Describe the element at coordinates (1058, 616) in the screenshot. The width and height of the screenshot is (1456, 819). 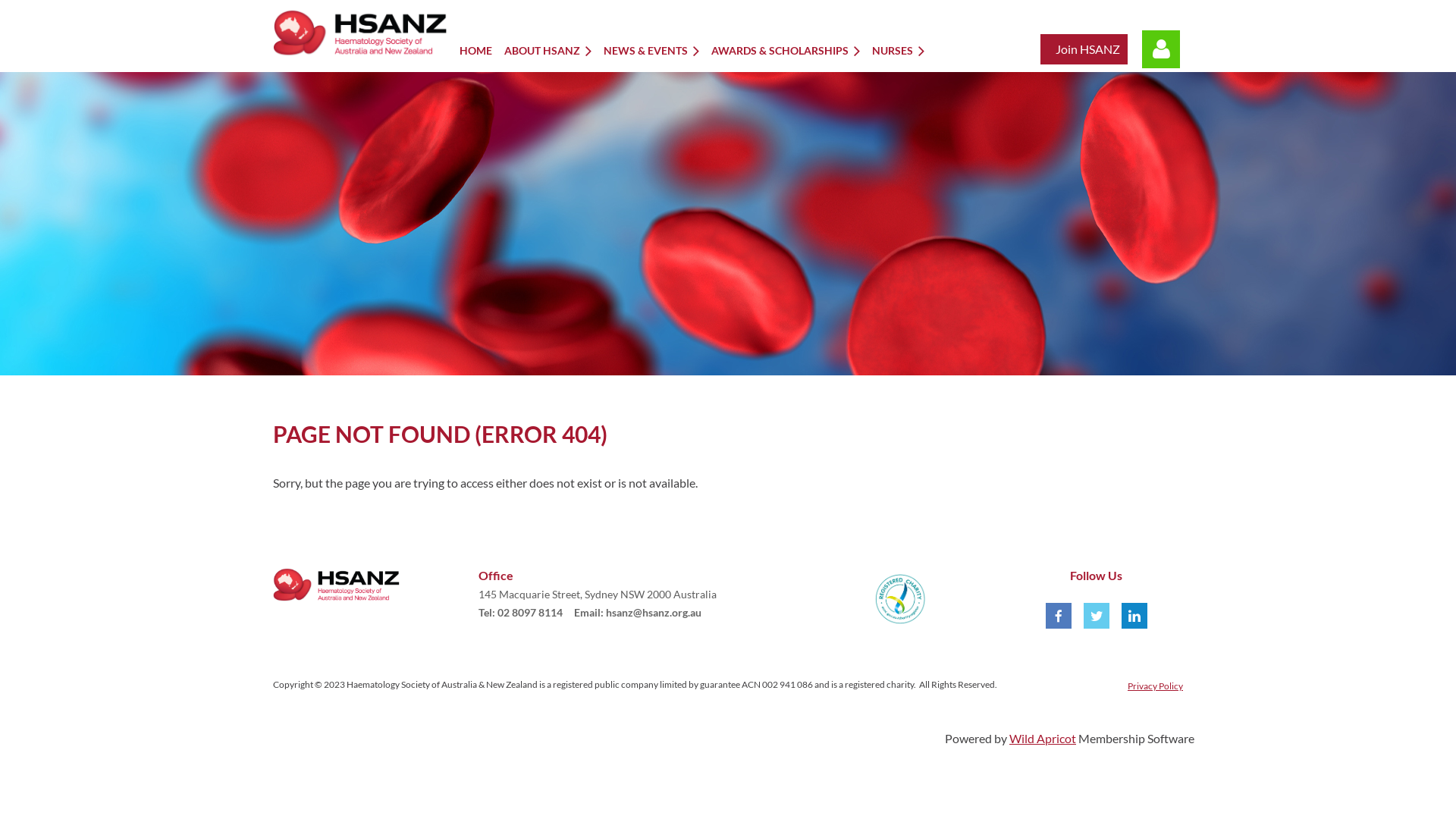
I see `'Facebook'` at that location.